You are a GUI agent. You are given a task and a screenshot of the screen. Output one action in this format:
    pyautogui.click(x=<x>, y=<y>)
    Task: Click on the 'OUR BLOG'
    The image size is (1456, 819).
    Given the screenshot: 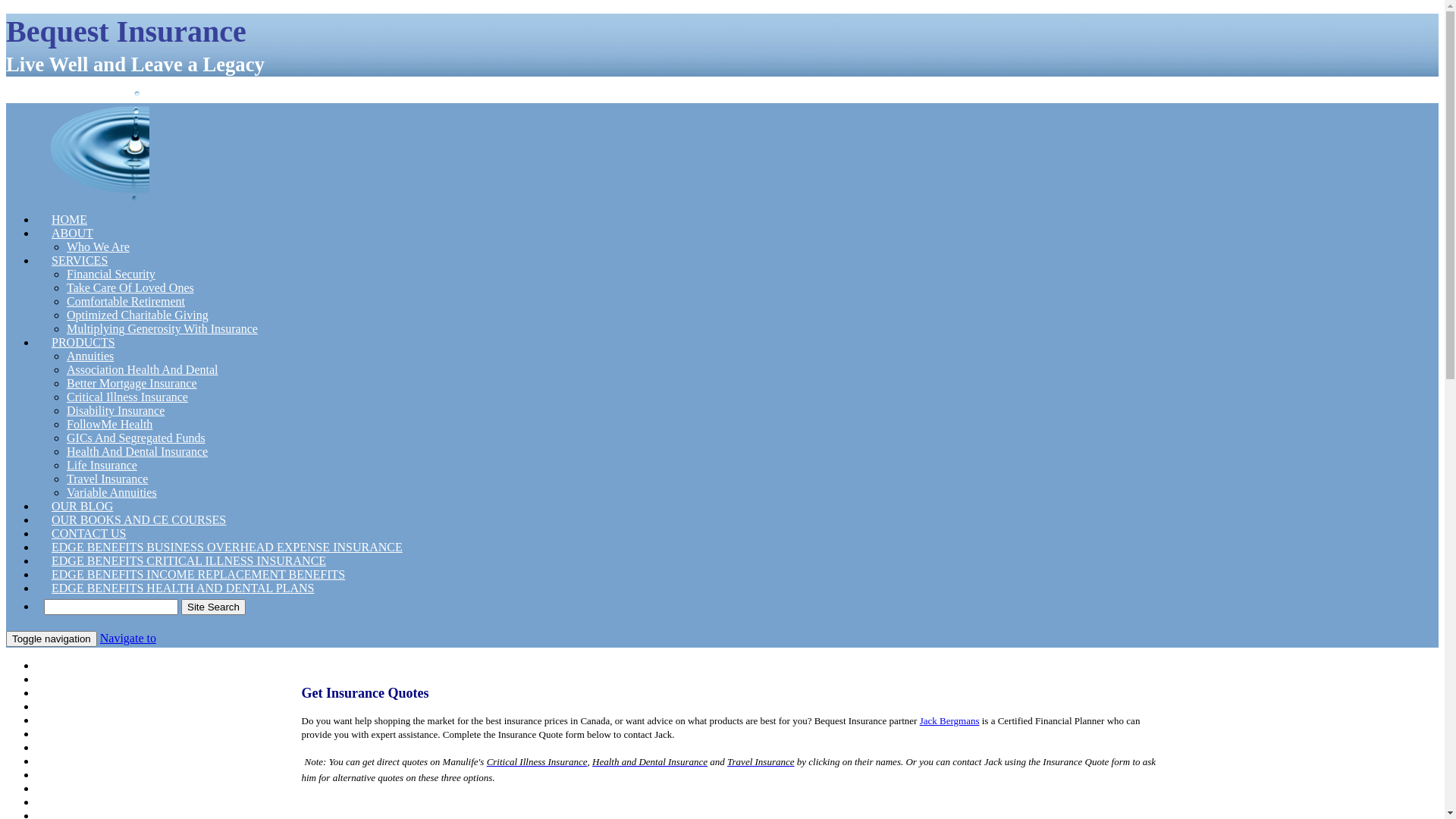 What is the action you would take?
    pyautogui.click(x=81, y=506)
    